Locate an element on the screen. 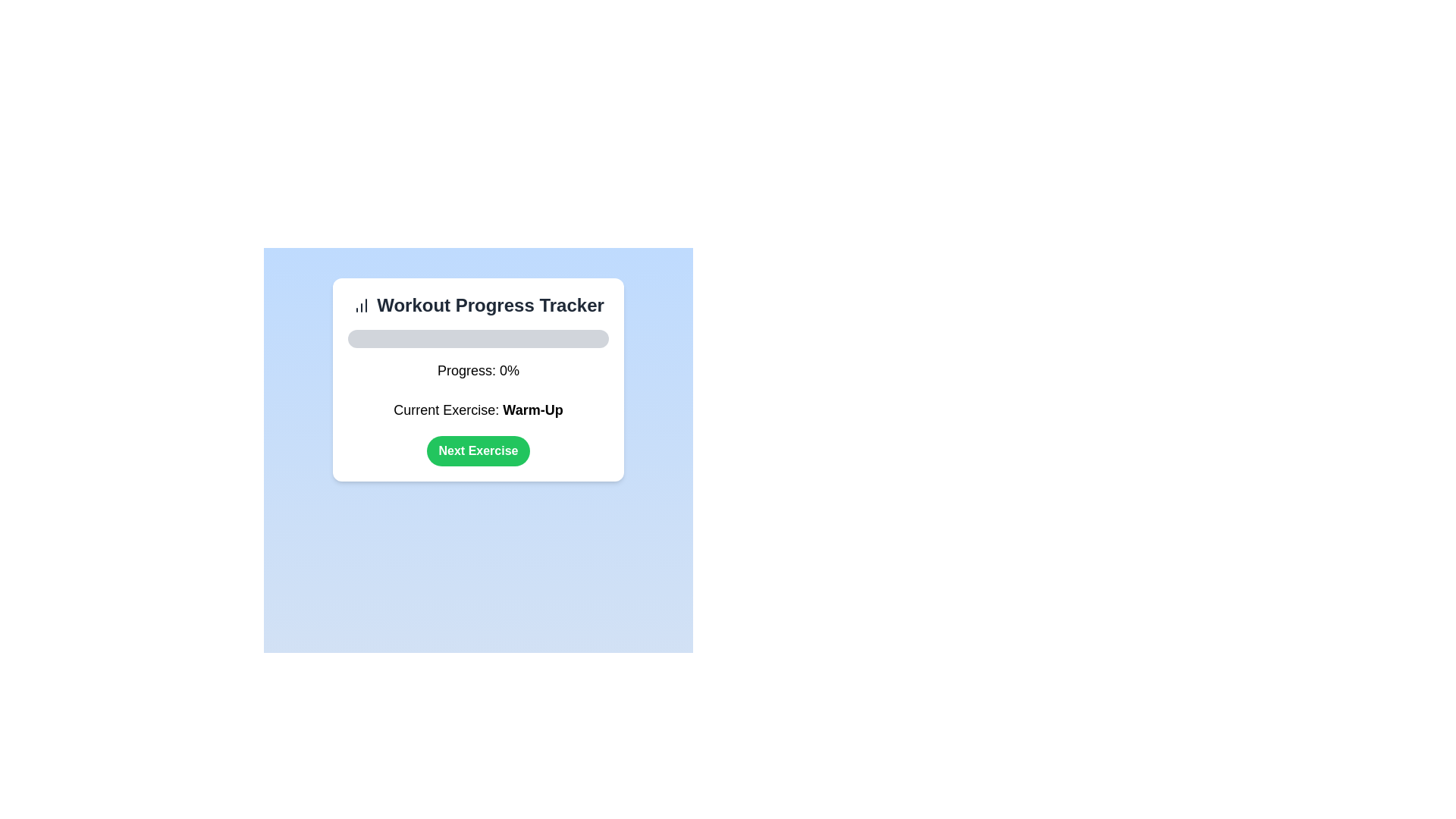 The width and height of the screenshot is (1456, 819). the rounded green button with white text reading 'Next Exercise' is located at coordinates (477, 450).